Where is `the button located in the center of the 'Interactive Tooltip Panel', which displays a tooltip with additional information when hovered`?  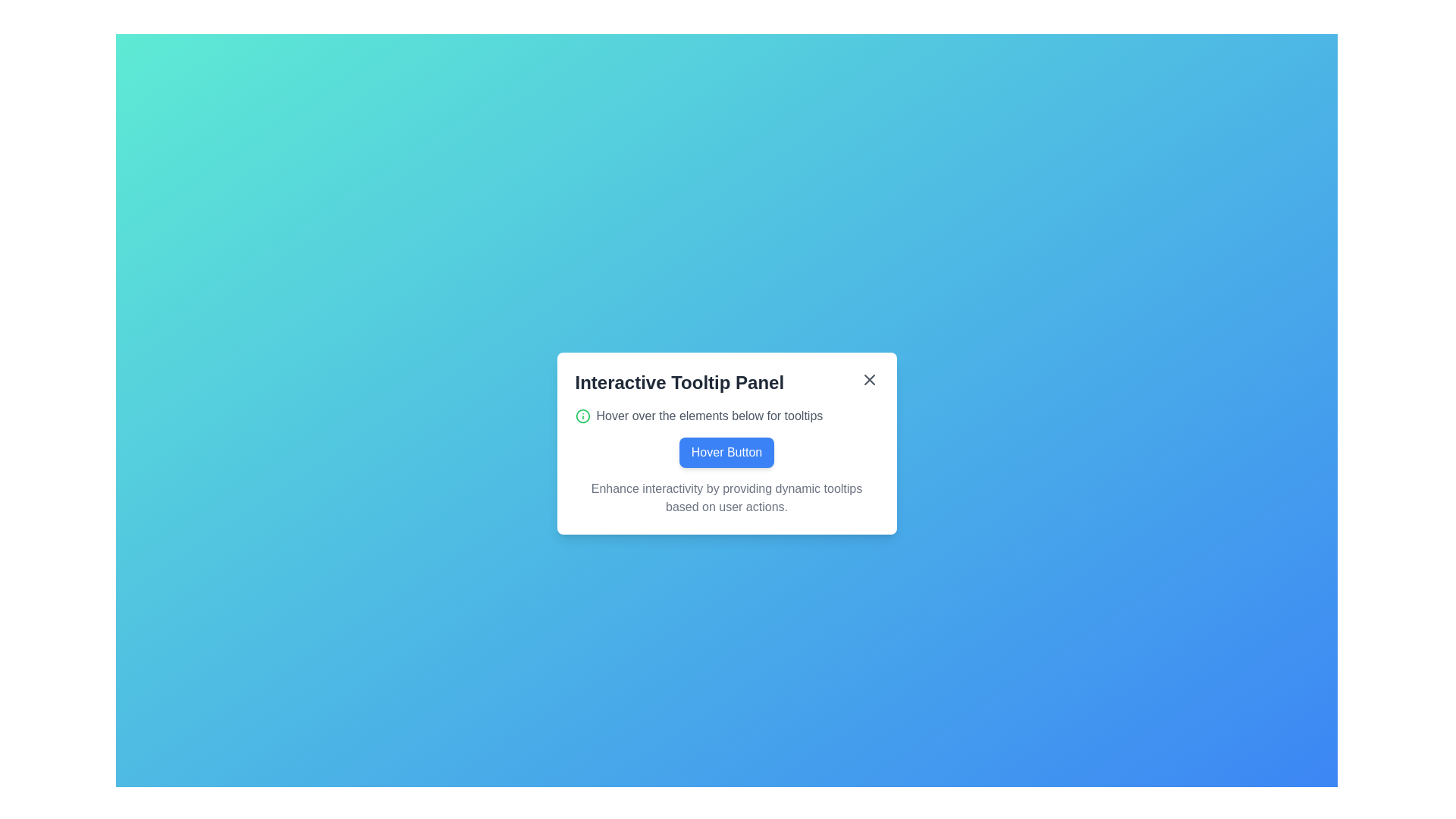
the button located in the center of the 'Interactive Tooltip Panel', which displays a tooltip with additional information when hovered is located at coordinates (726, 452).